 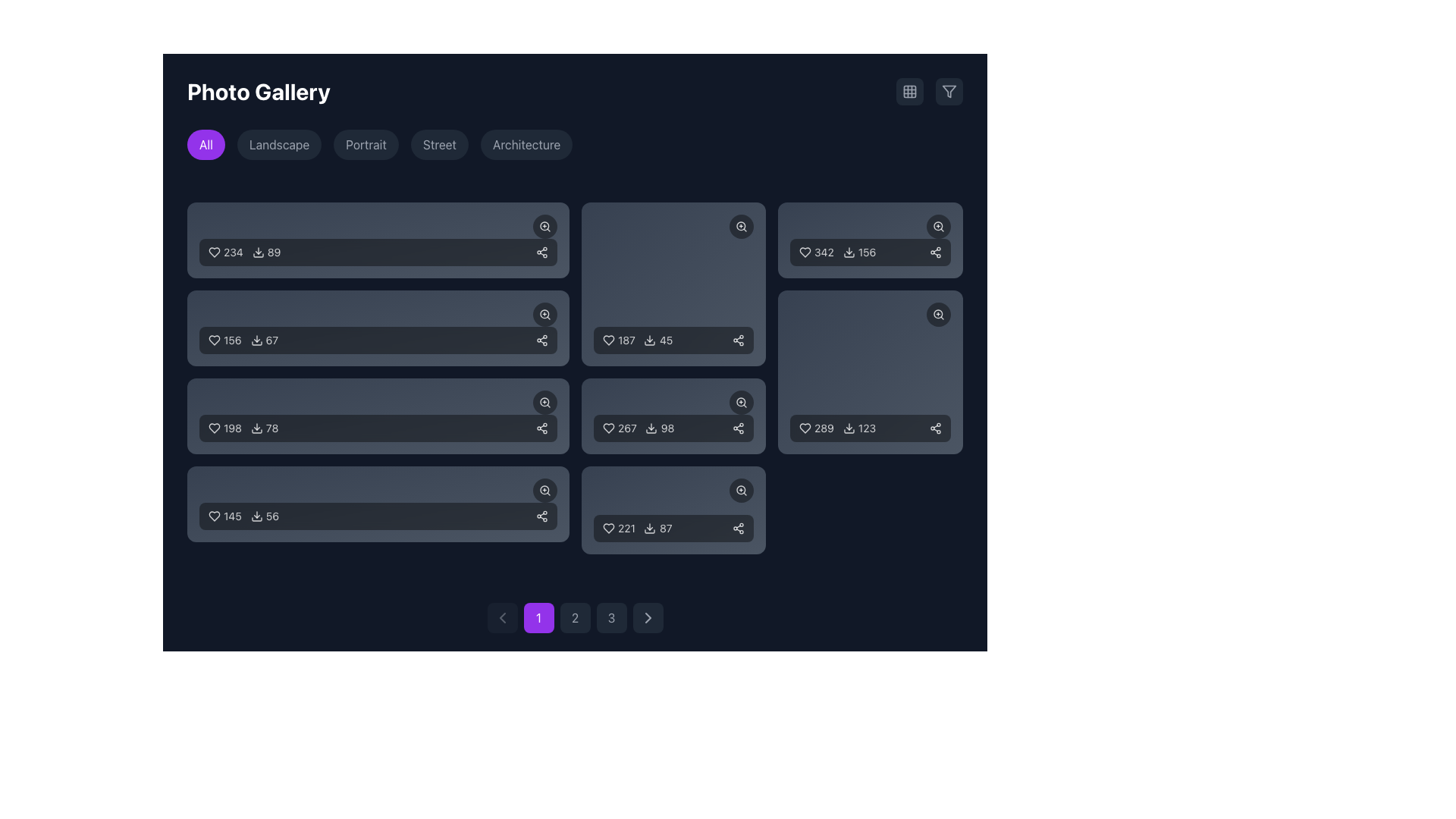 What do you see at coordinates (805, 428) in the screenshot?
I see `the heart-shaped icon representing the 'like' symbol` at bounding box center [805, 428].